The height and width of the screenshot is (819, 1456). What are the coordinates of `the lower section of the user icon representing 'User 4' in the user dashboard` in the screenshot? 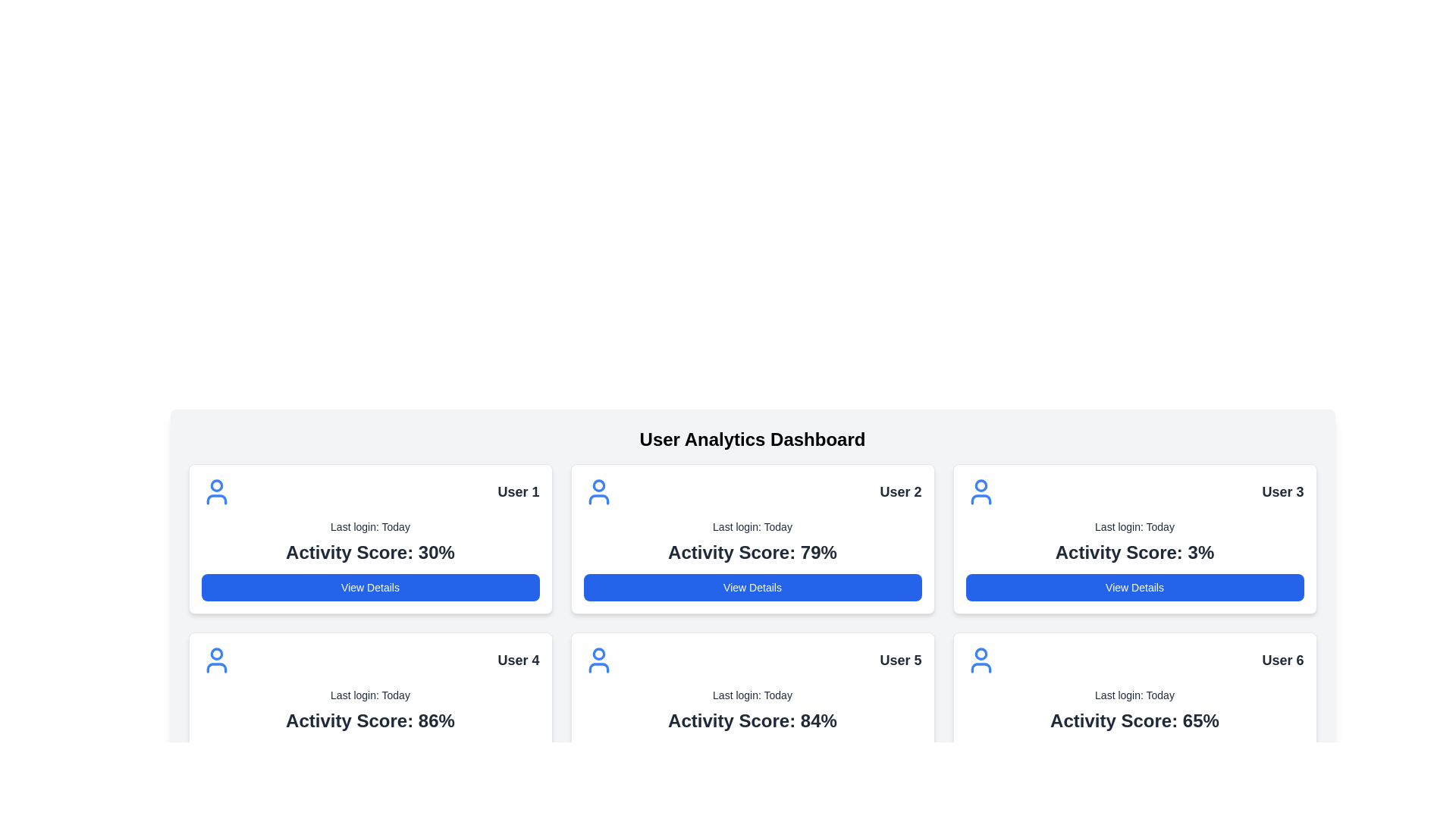 It's located at (215, 667).